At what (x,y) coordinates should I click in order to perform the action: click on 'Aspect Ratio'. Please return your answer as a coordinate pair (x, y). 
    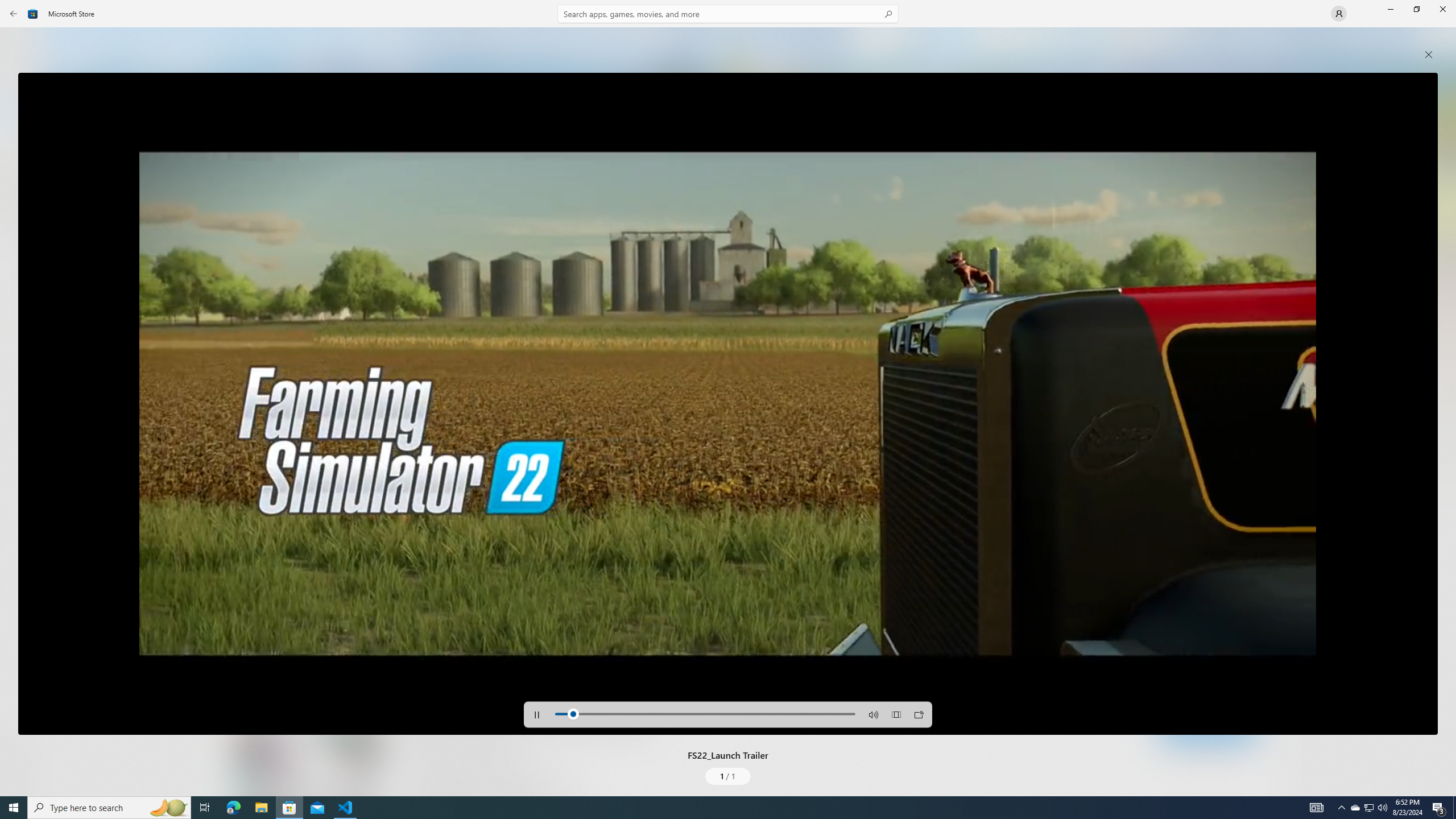
    Looking at the image, I should click on (895, 714).